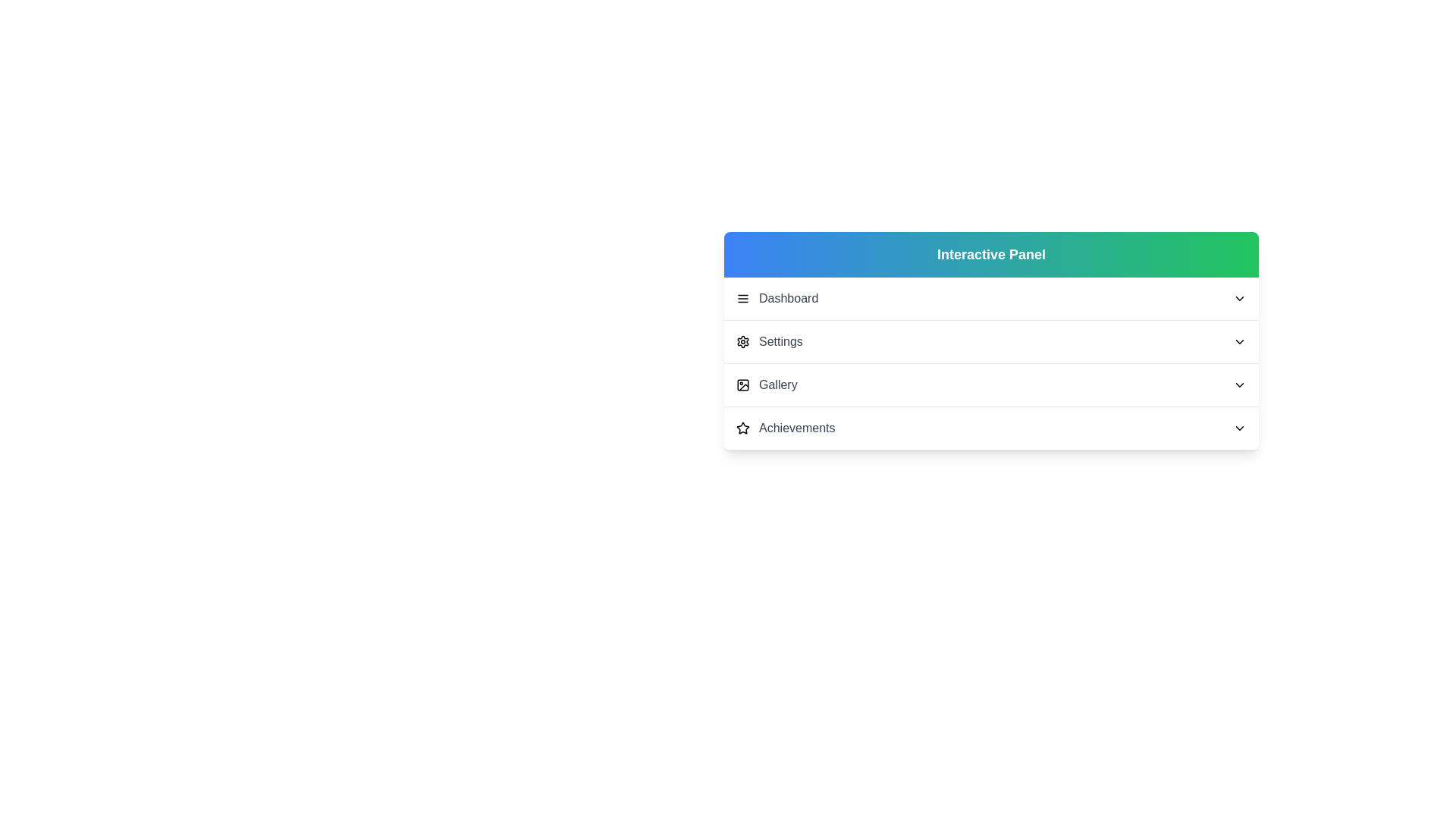 This screenshot has height=819, width=1456. I want to click on the cogwheel icon representing settings functionality, which is located immediately to the left of the 'Settings' text in the second row of the 'Interactive Panel', so click(742, 342).